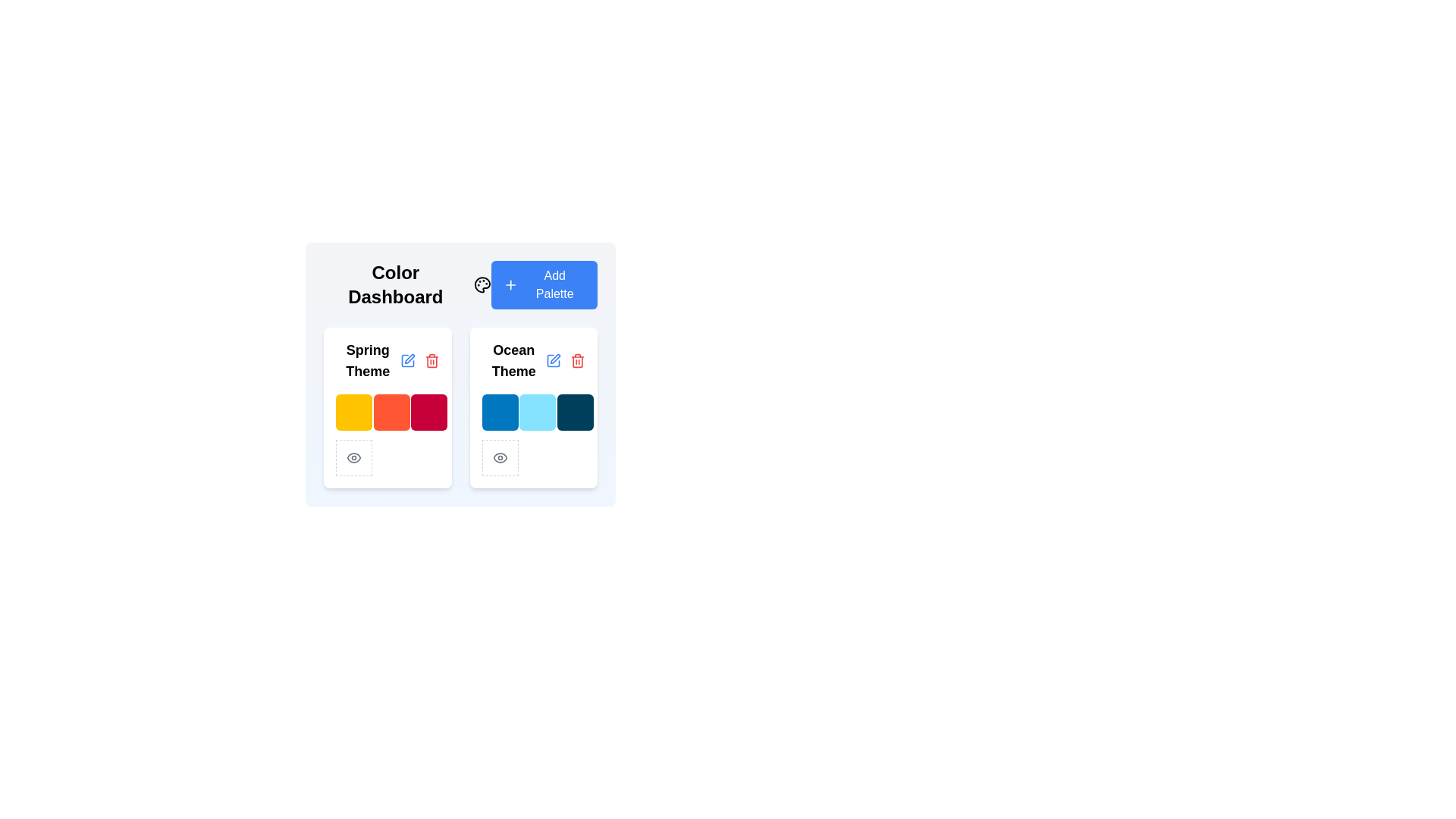 Image resolution: width=1456 pixels, height=819 pixels. What do you see at coordinates (482, 284) in the screenshot?
I see `the SVG icon resembling a painter's palette, which has a circular shape with small circular cutouts and is located next to the 'Color Dashboard' text` at bounding box center [482, 284].